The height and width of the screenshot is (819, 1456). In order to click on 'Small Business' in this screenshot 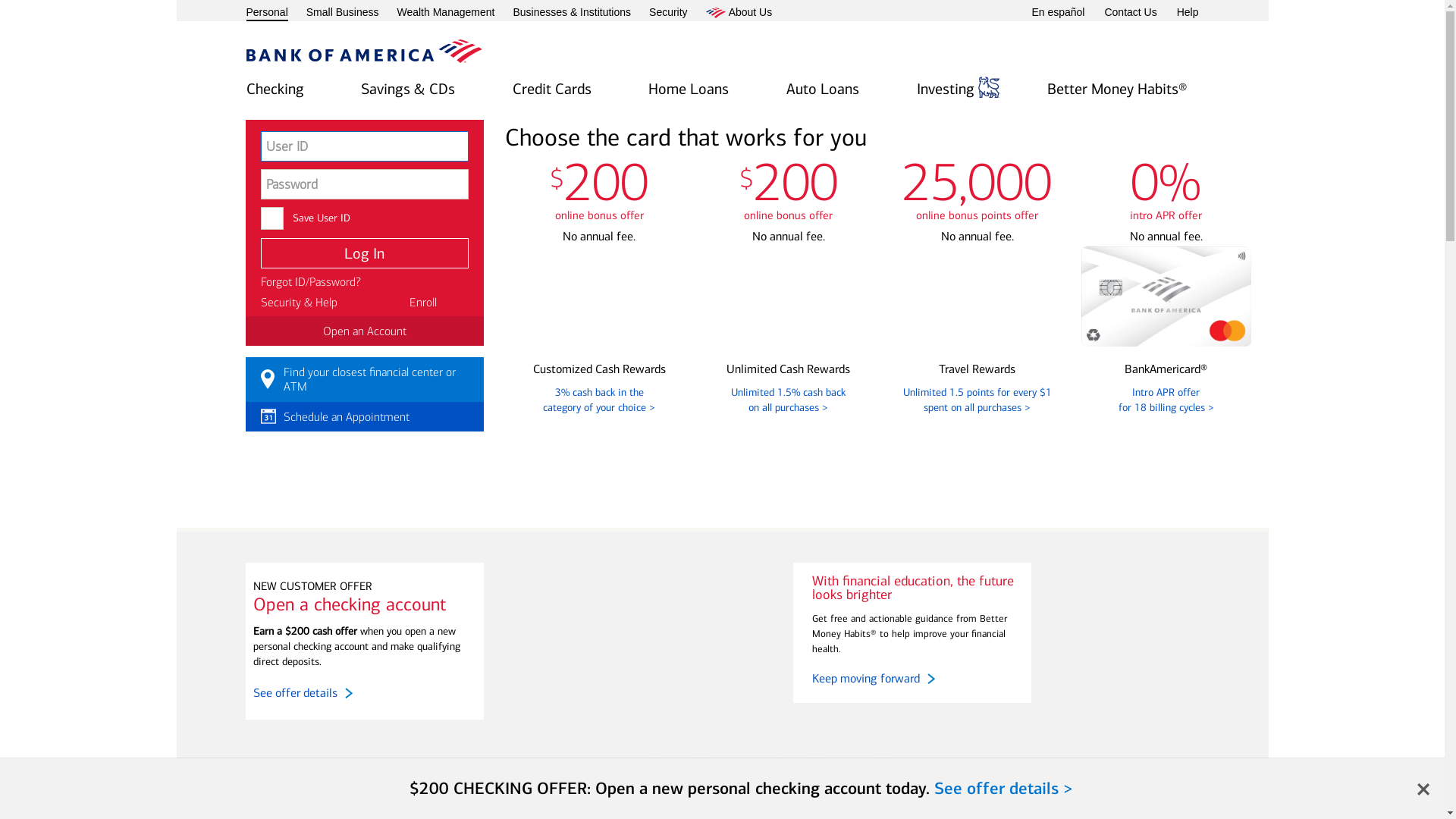, I will do `click(341, 12)`.